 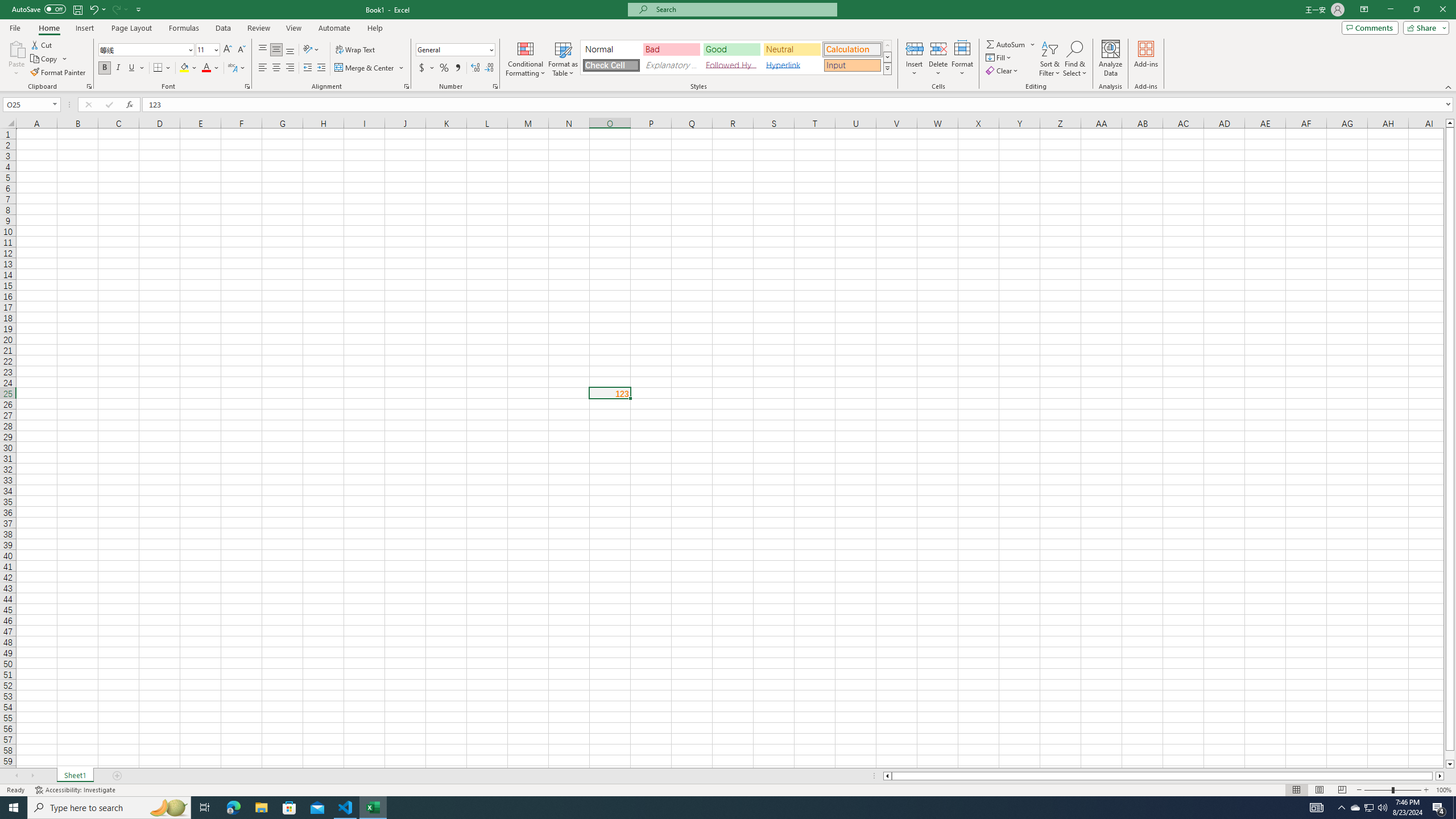 What do you see at coordinates (1075, 59) in the screenshot?
I see `'Find & Select'` at bounding box center [1075, 59].